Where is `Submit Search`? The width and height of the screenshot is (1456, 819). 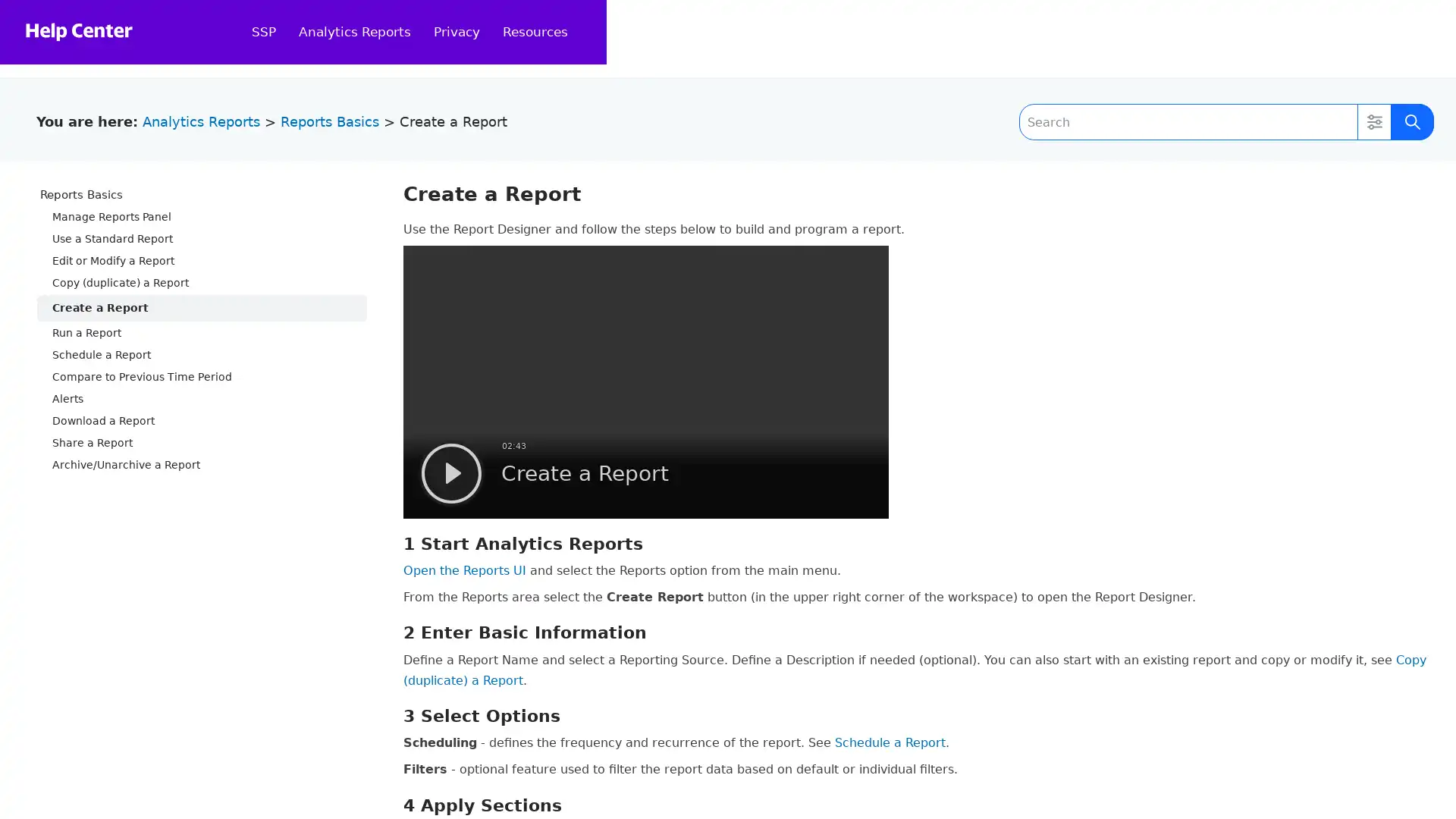 Submit Search is located at coordinates (1411, 121).